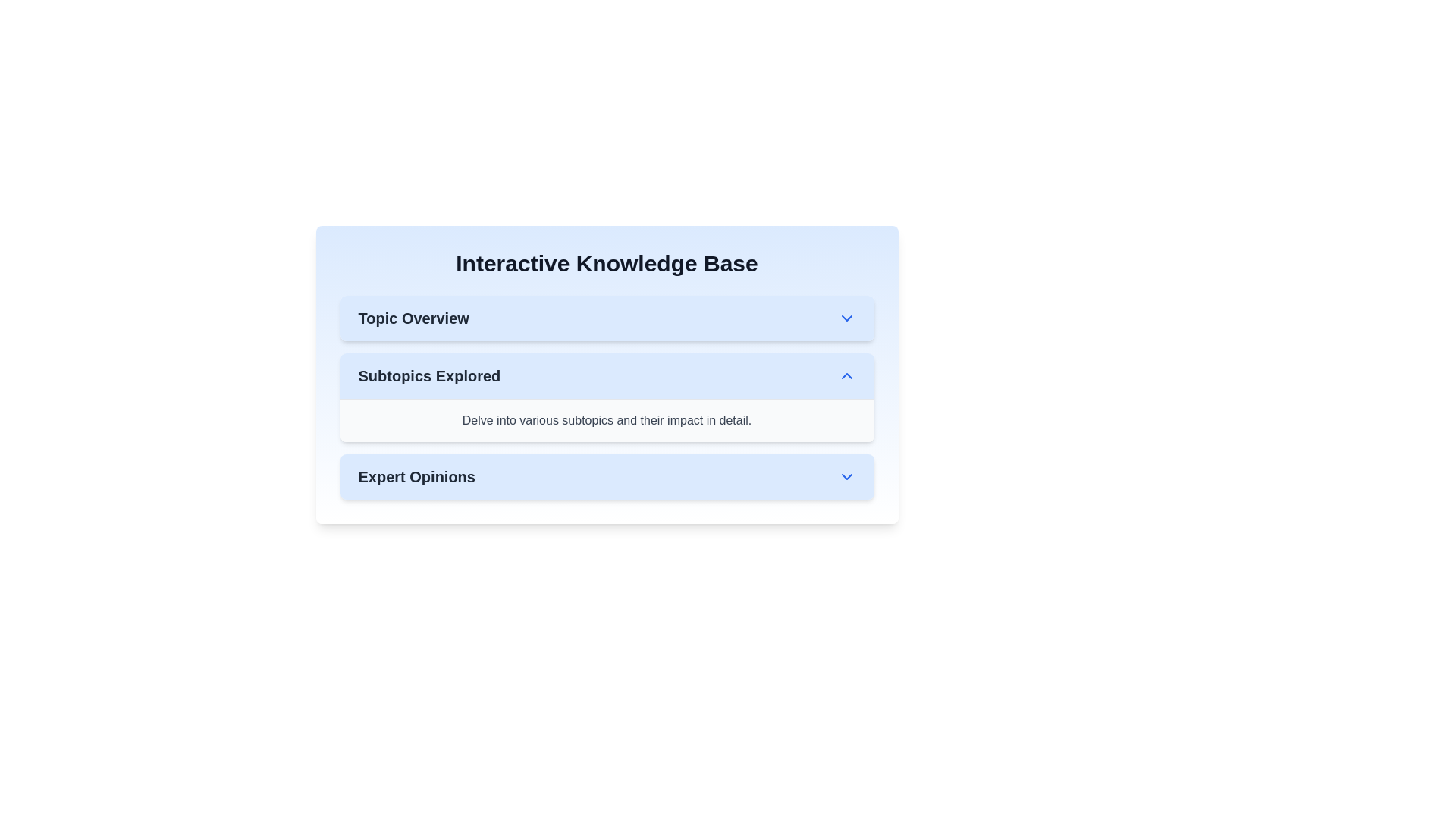  I want to click on the second expandable card in the 'Interactive Knowledge Base' section, so click(607, 397).